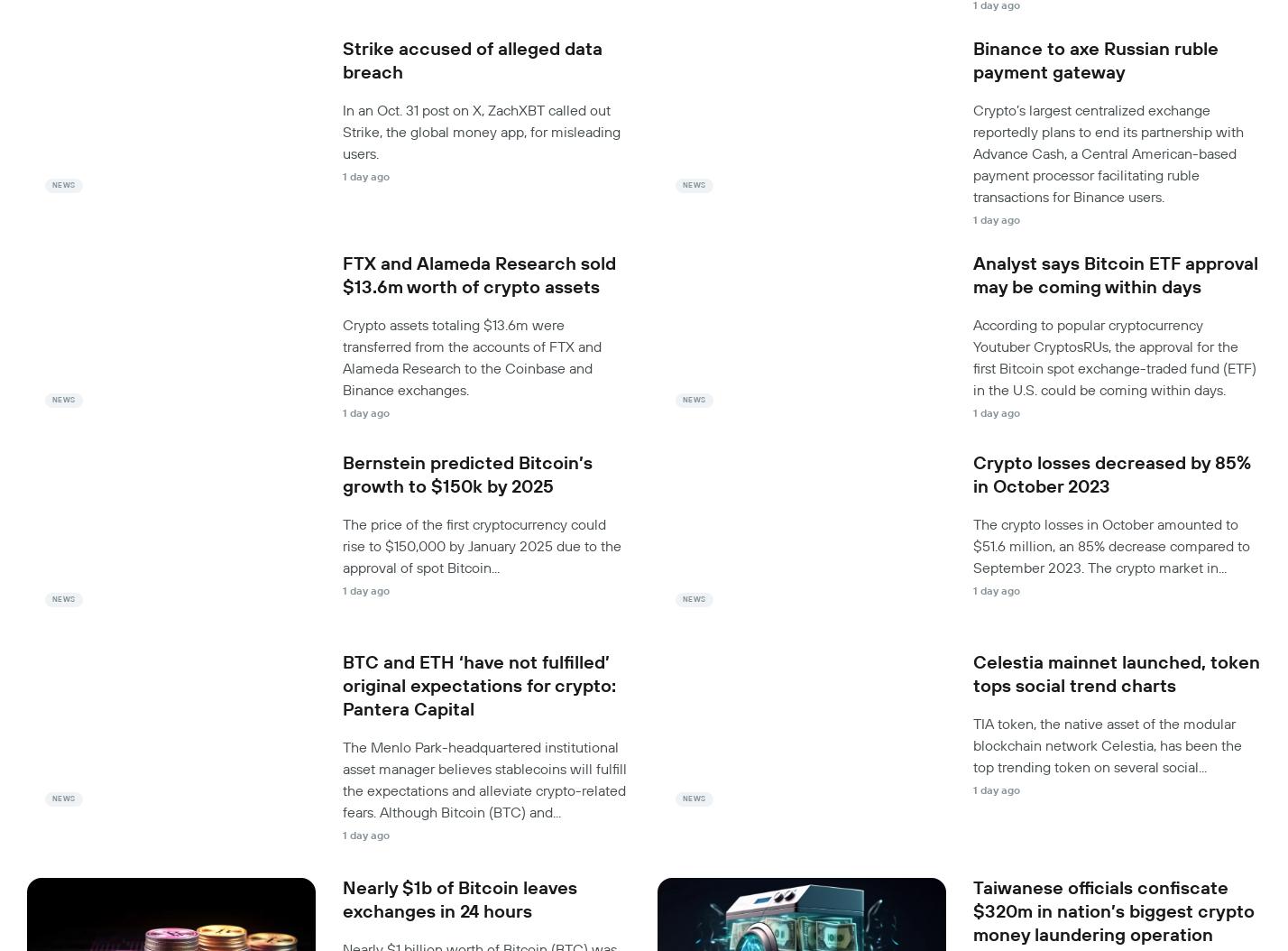 The width and height of the screenshot is (1288, 951). I want to click on 'The price of the first cryptocurrency could rise to $150,000 by January 2025 due to the approval of spot Bitcoin...', so click(482, 544).